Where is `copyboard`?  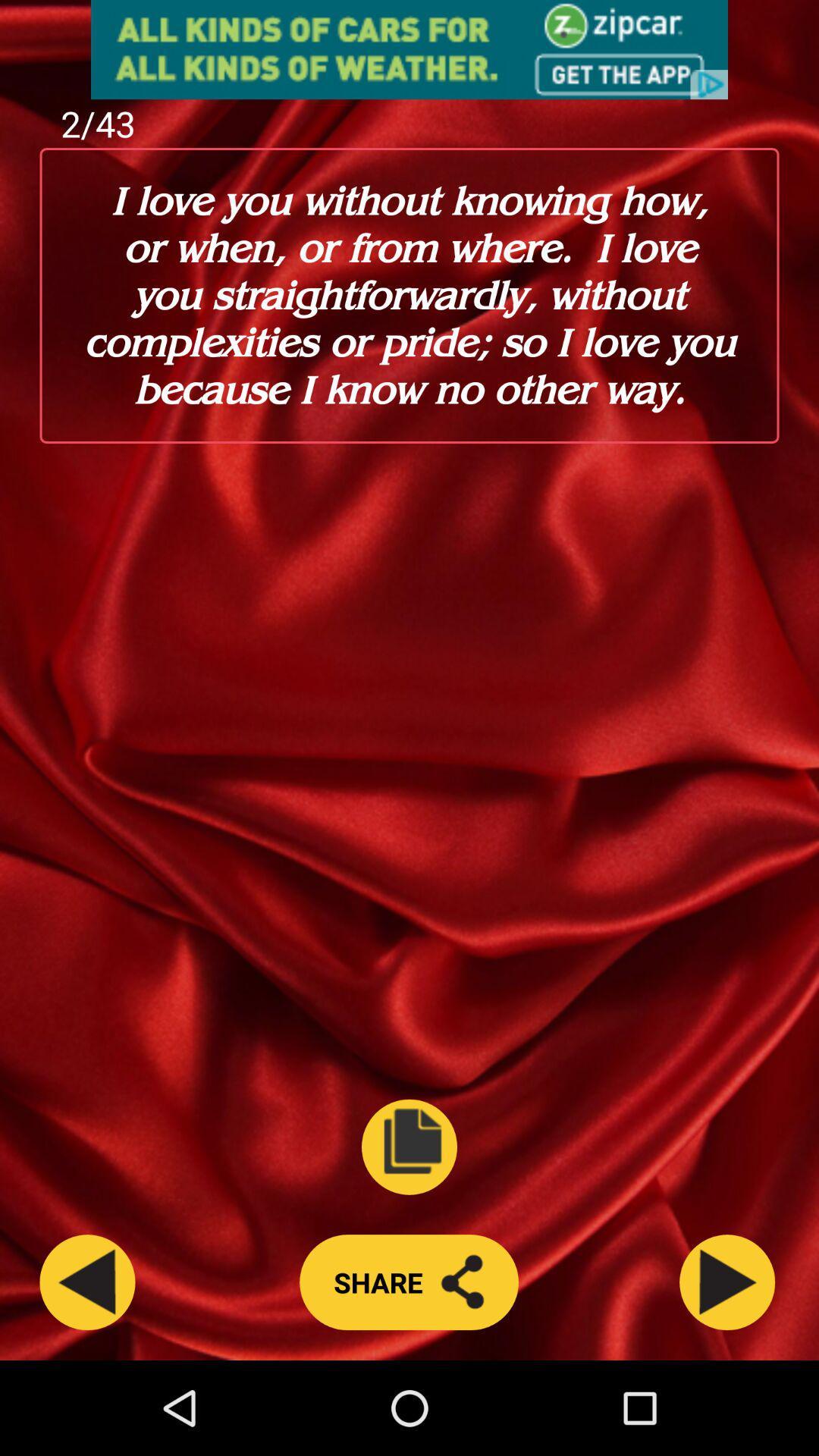
copyboard is located at coordinates (409, 1147).